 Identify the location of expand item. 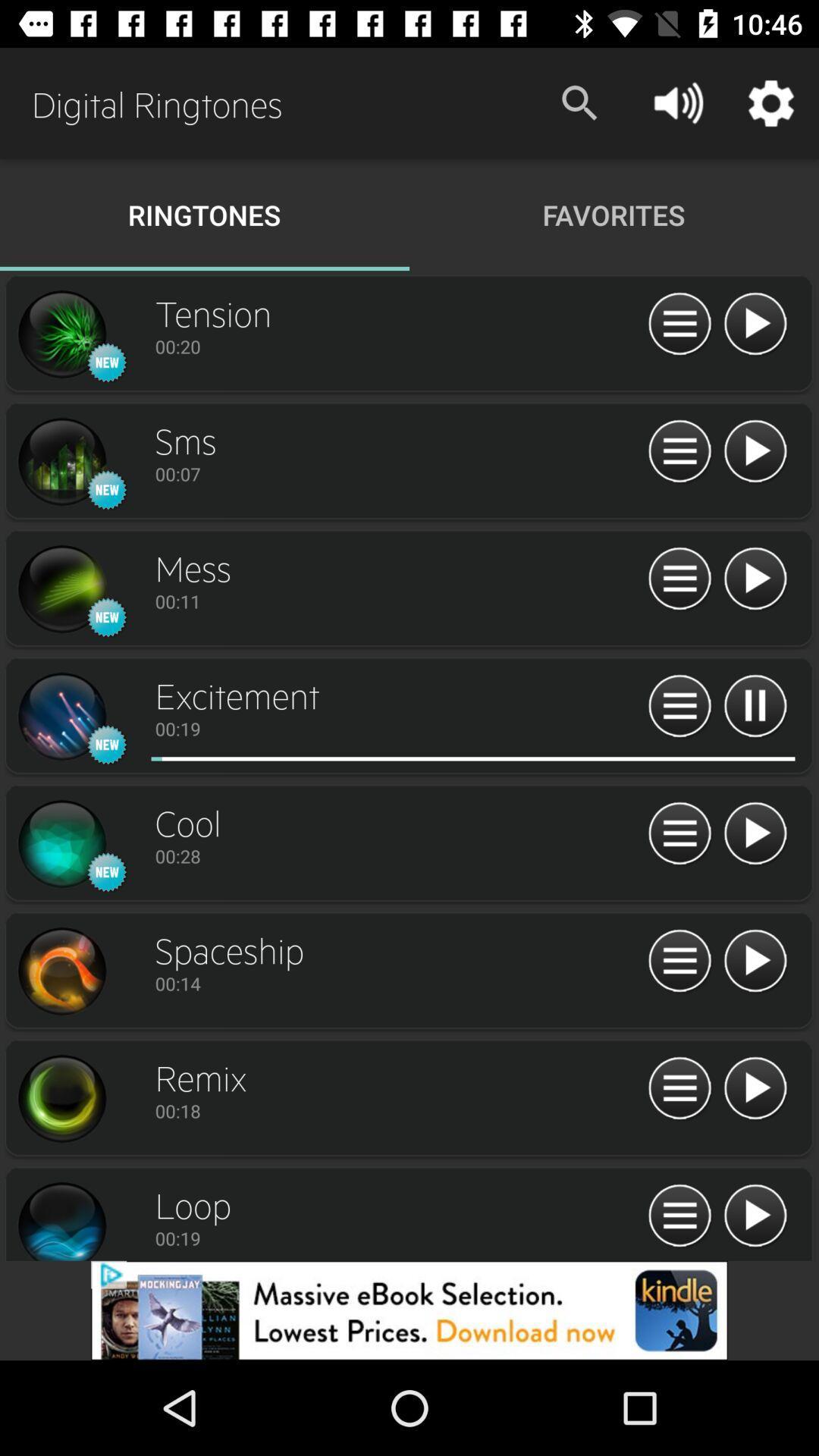
(679, 451).